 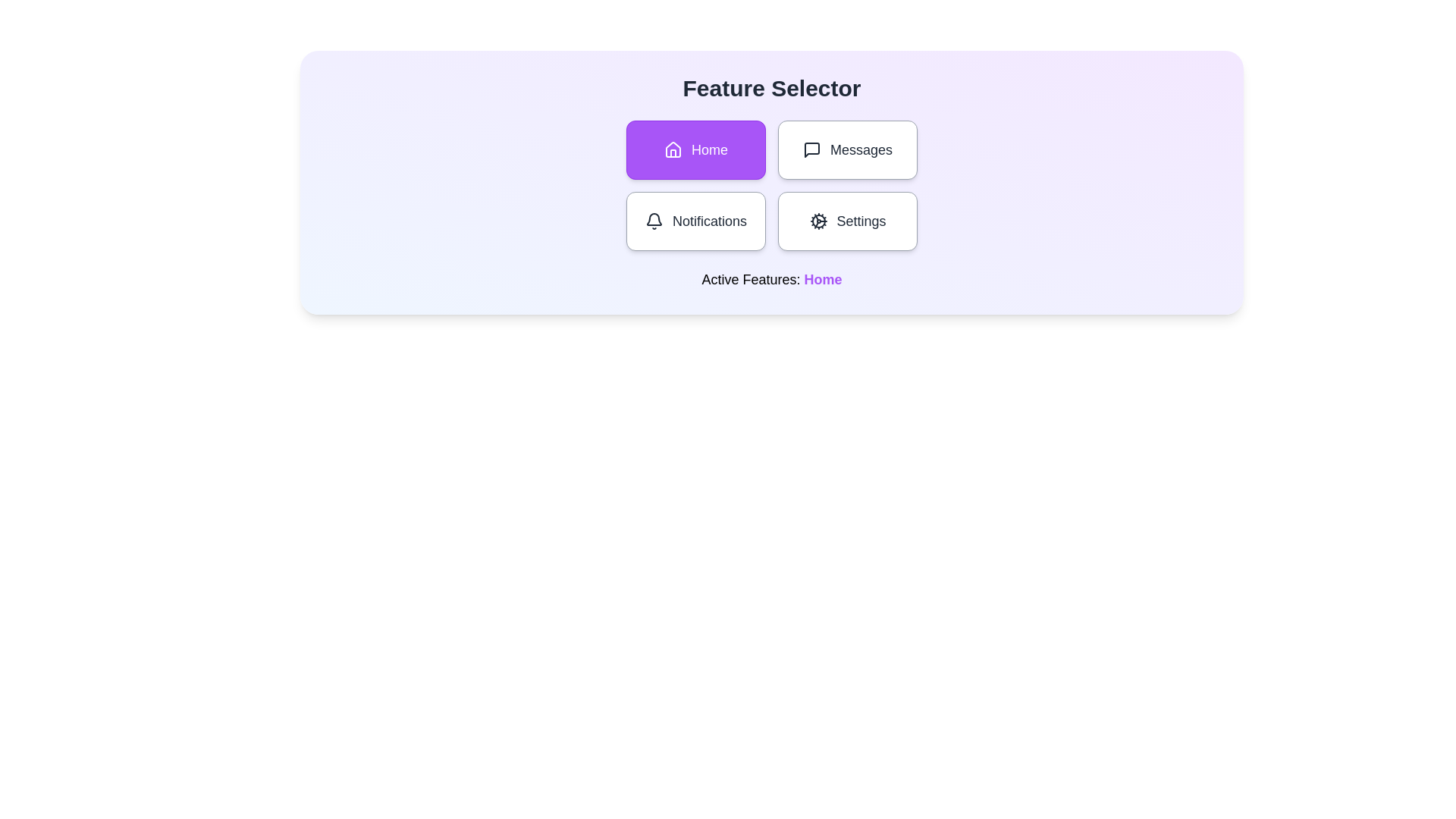 I want to click on the 'Home' button located in the top-left corner of the feature selection interface, so click(x=695, y=149).